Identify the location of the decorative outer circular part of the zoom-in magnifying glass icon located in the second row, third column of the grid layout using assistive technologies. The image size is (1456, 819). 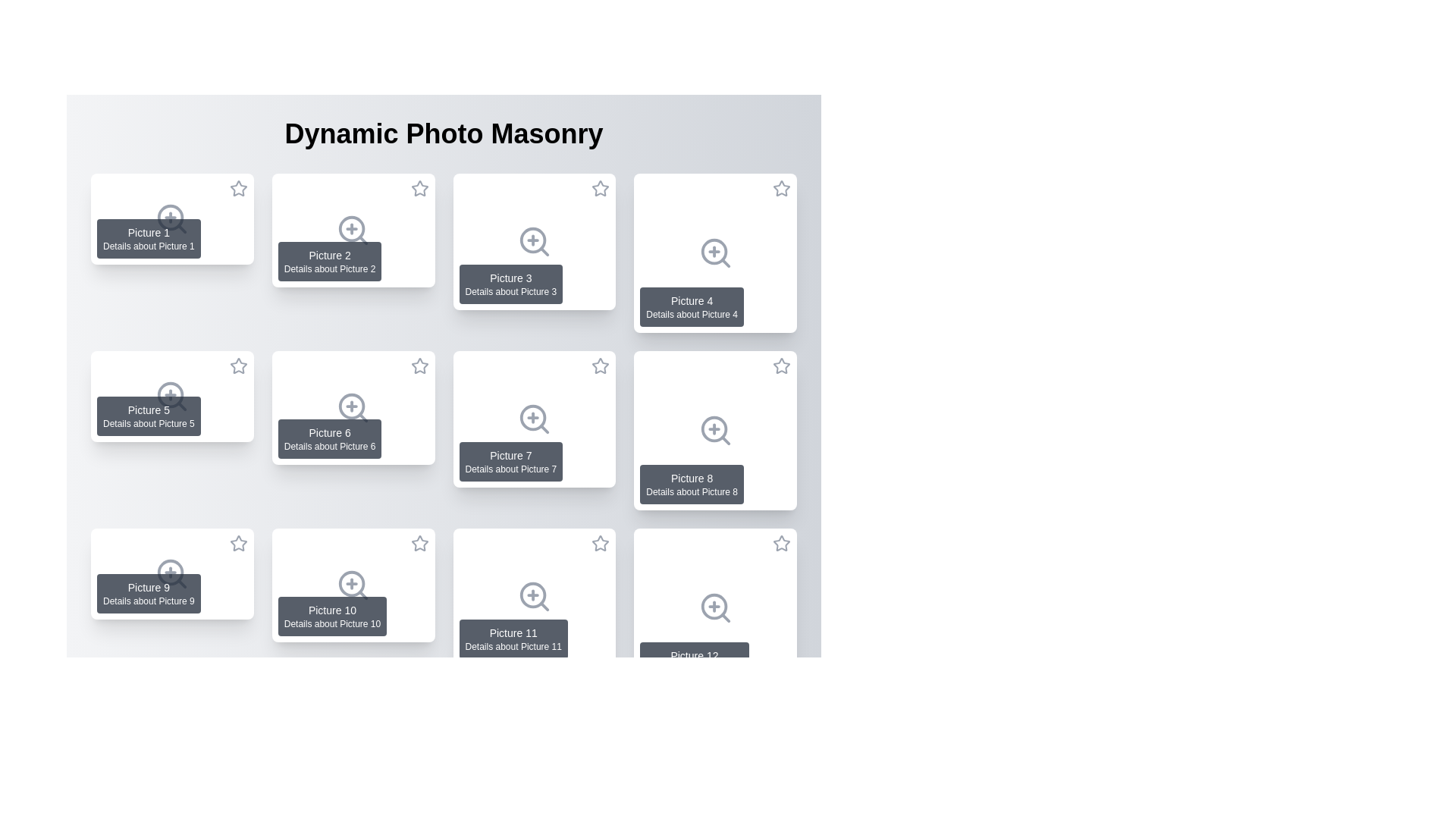
(532, 240).